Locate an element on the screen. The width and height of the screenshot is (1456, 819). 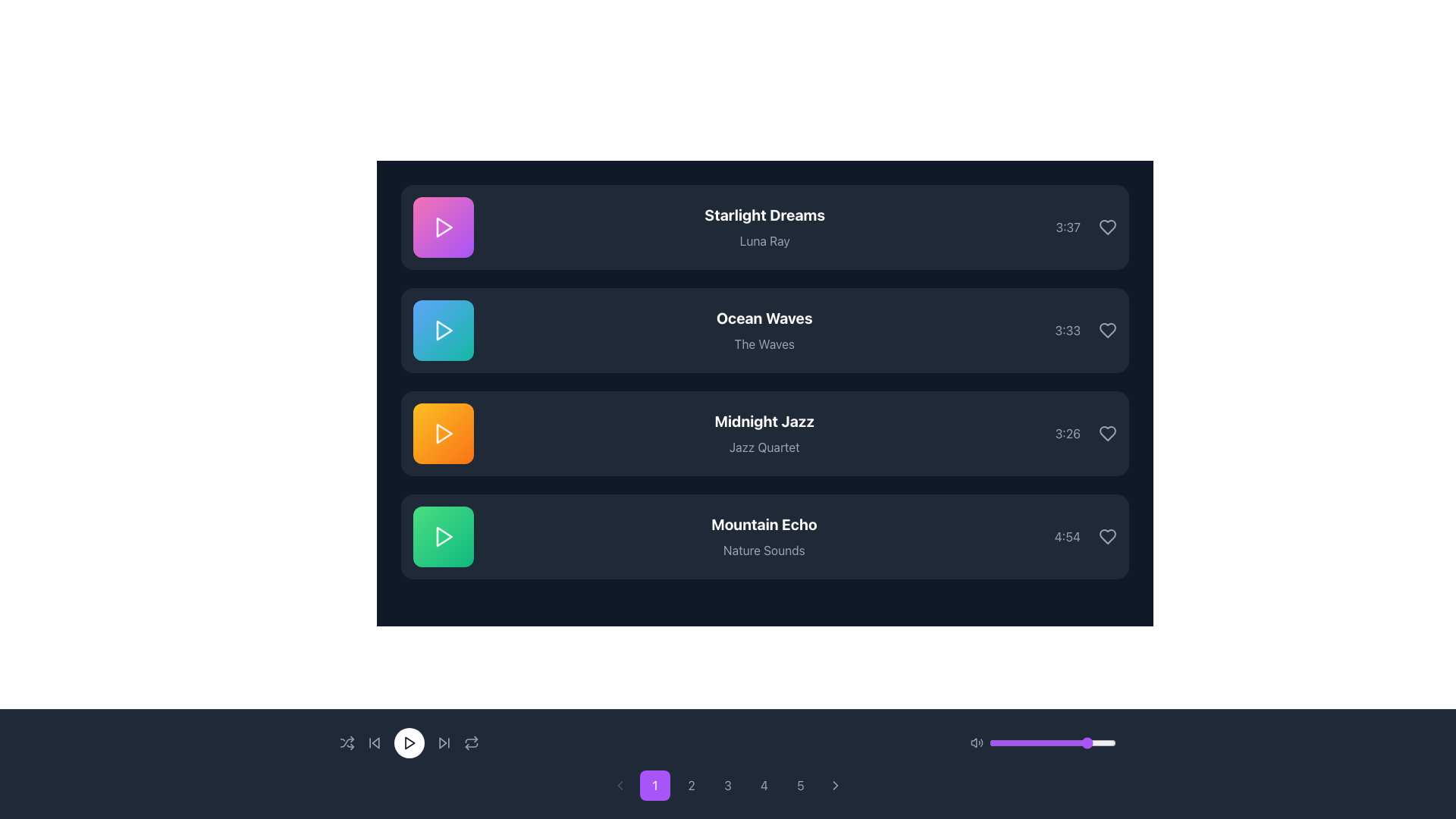
the text label 'Mountain Echo' which is styled in a bold, large font and centered within a dark blue background, located in the fourth row of a playlist-style interface is located at coordinates (764, 523).